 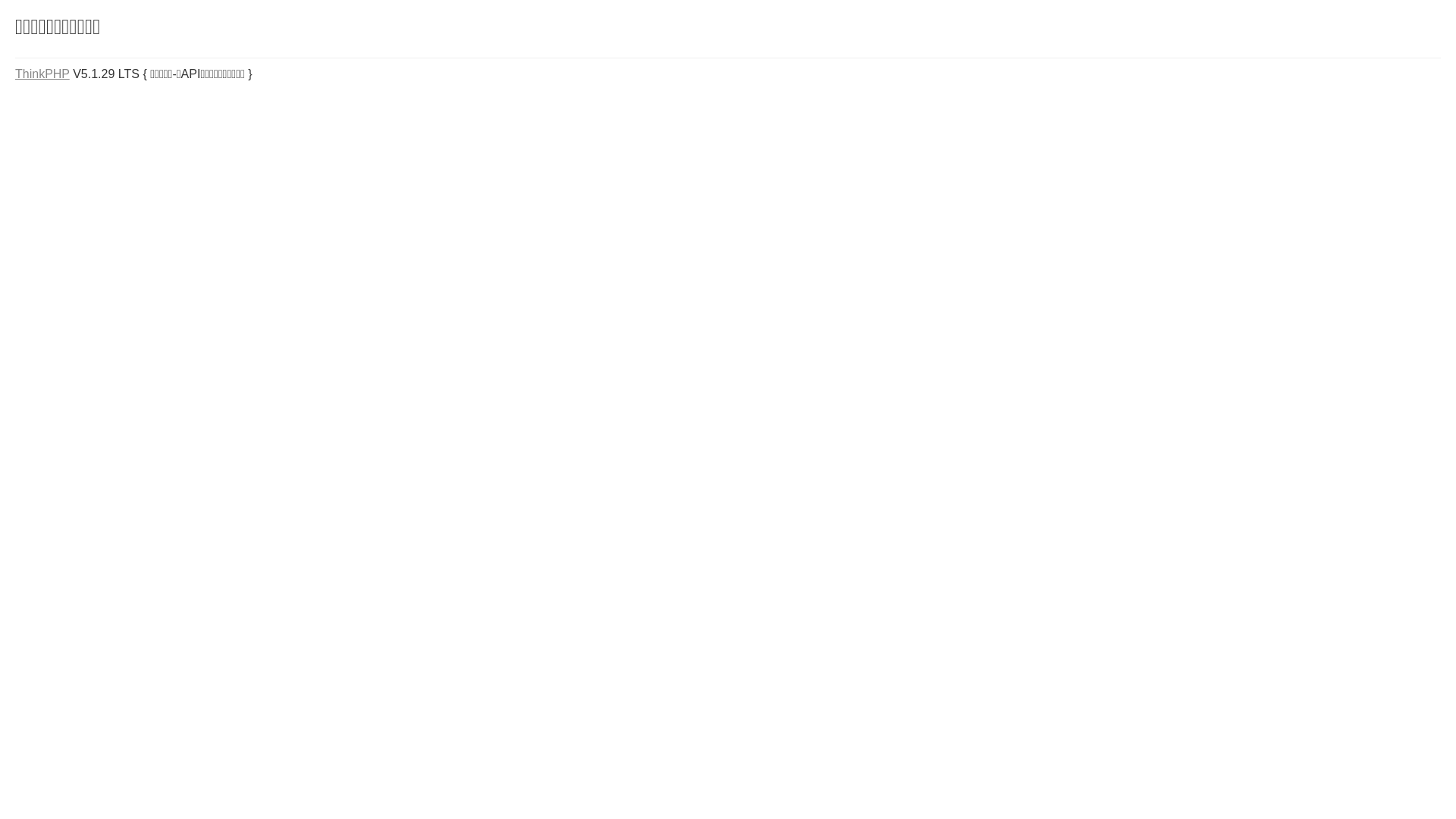 What do you see at coordinates (42, 74) in the screenshot?
I see `'ThinkPHP'` at bounding box center [42, 74].